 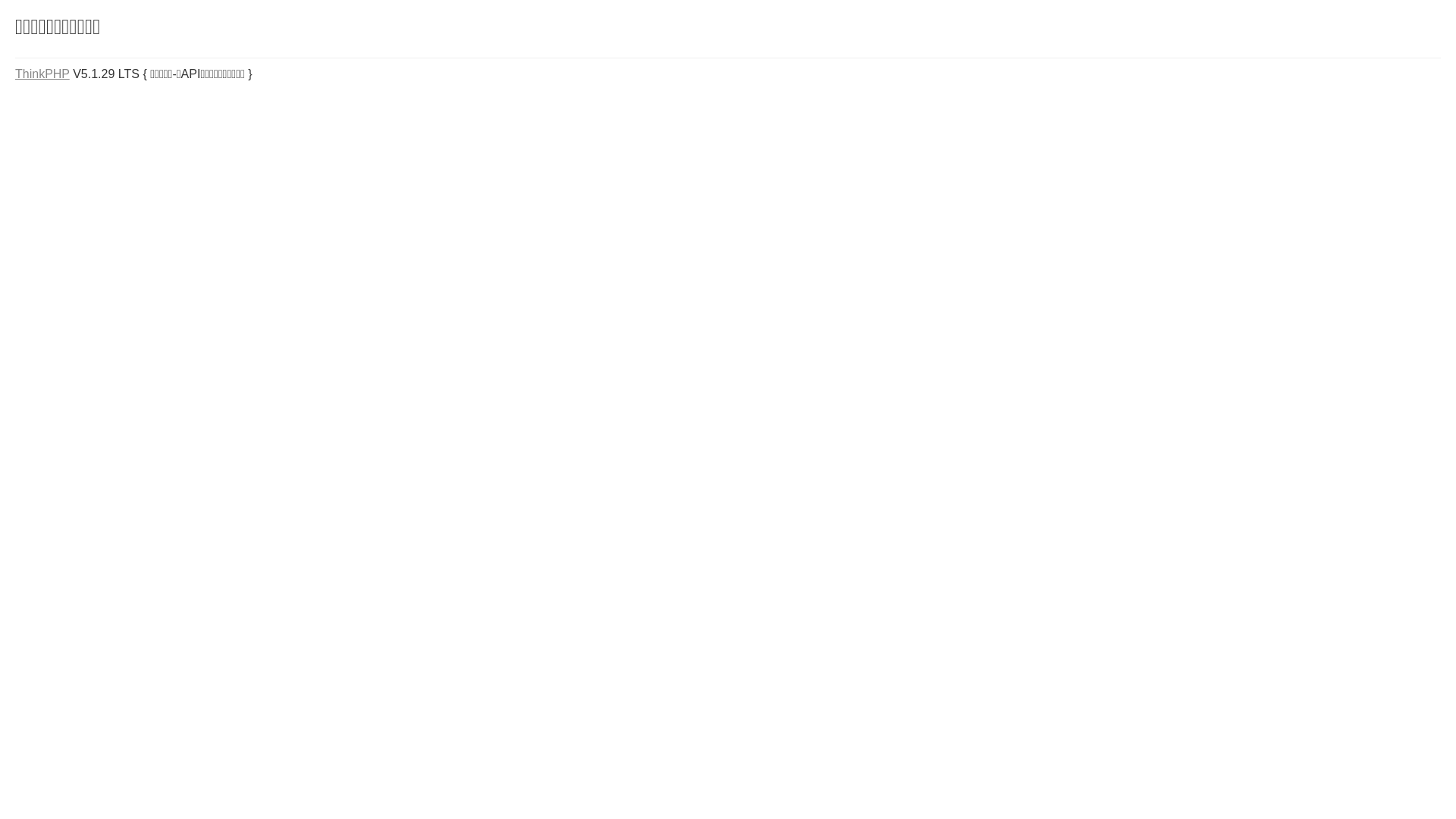 What do you see at coordinates (42, 74) in the screenshot?
I see `'ThinkPHP'` at bounding box center [42, 74].